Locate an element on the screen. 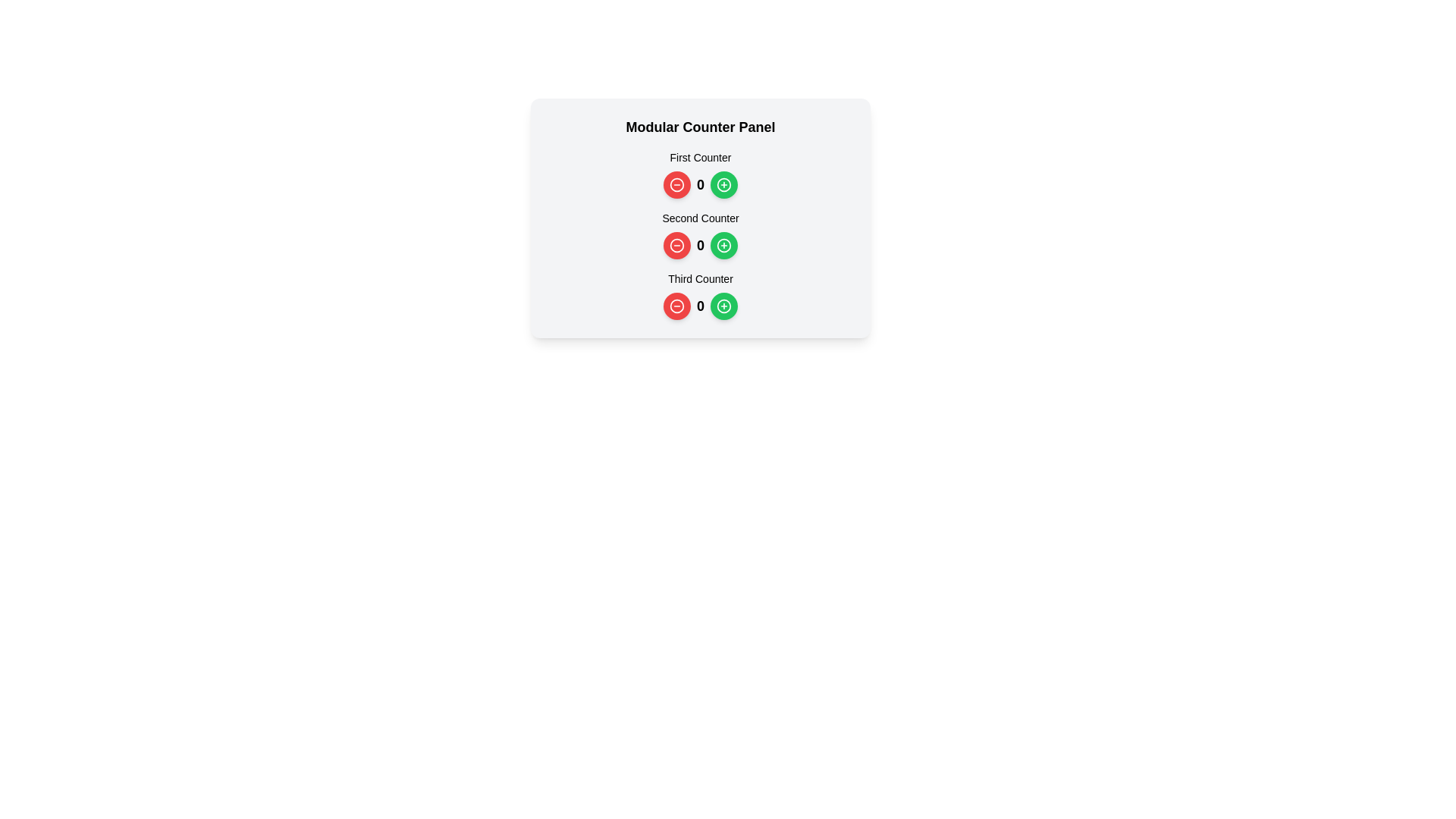 This screenshot has height=819, width=1456. the 'Third Counter' Text Label, which serves as a descriptor for the corresponding counter section and is positioned above the counter controls is located at coordinates (700, 278).